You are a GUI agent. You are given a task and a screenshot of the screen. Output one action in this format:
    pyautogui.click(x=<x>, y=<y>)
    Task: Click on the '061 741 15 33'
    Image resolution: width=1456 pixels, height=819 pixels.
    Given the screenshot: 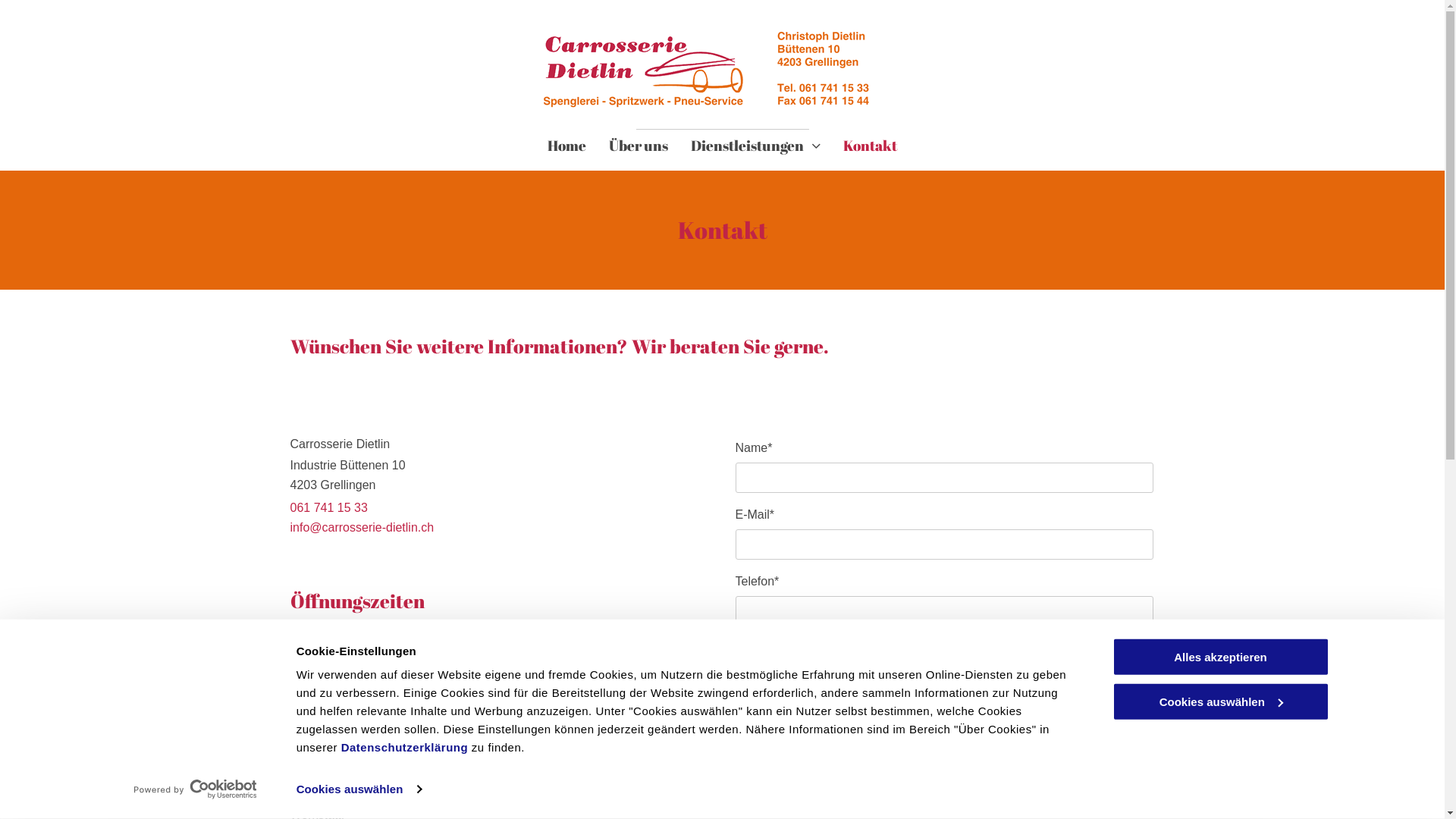 What is the action you would take?
    pyautogui.click(x=290, y=507)
    